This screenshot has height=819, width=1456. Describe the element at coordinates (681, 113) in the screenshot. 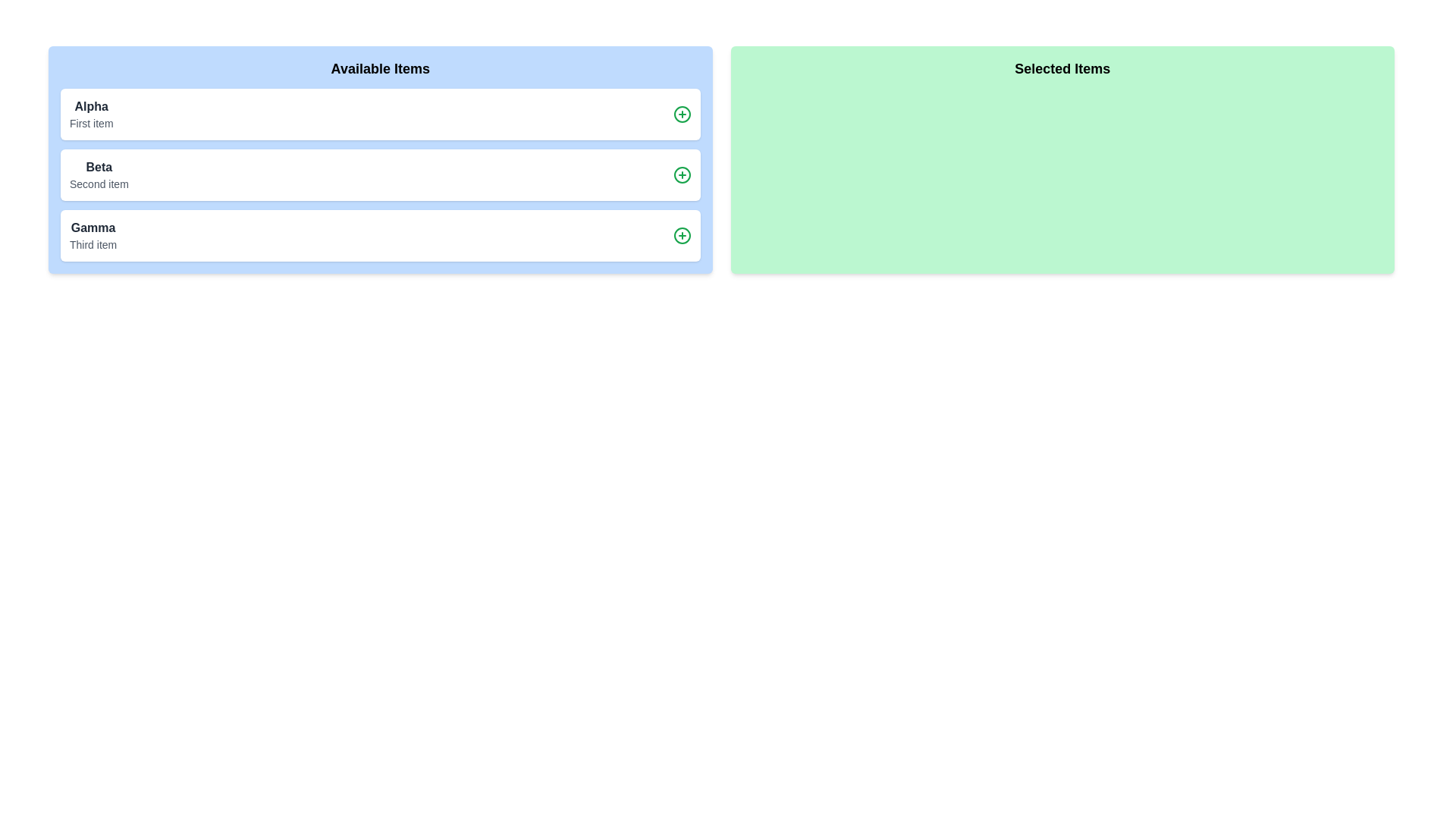

I see `plus button next to the item labeled Alpha in the Available Items list` at that location.